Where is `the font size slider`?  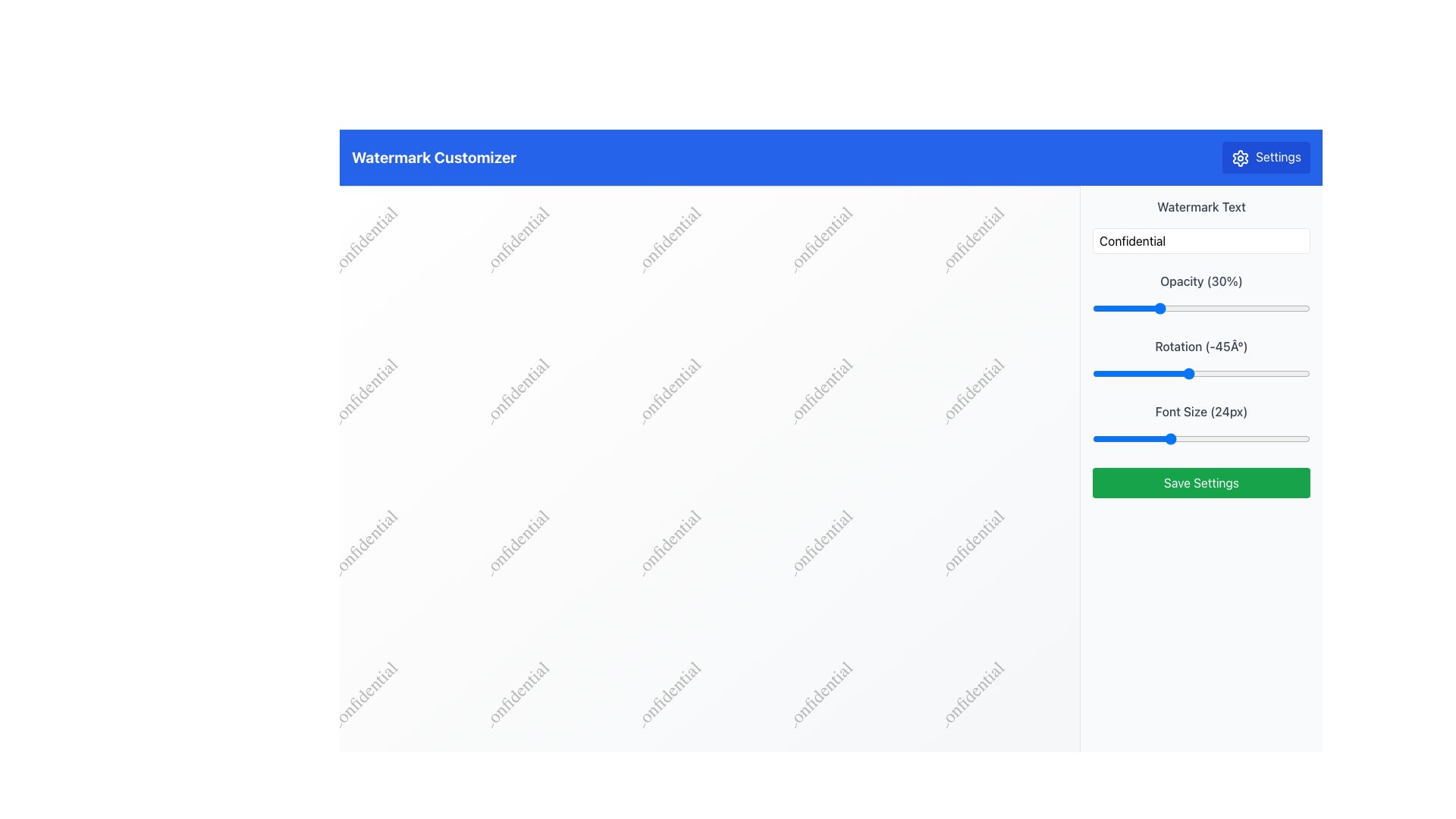 the font size slider is located at coordinates (1304, 438).